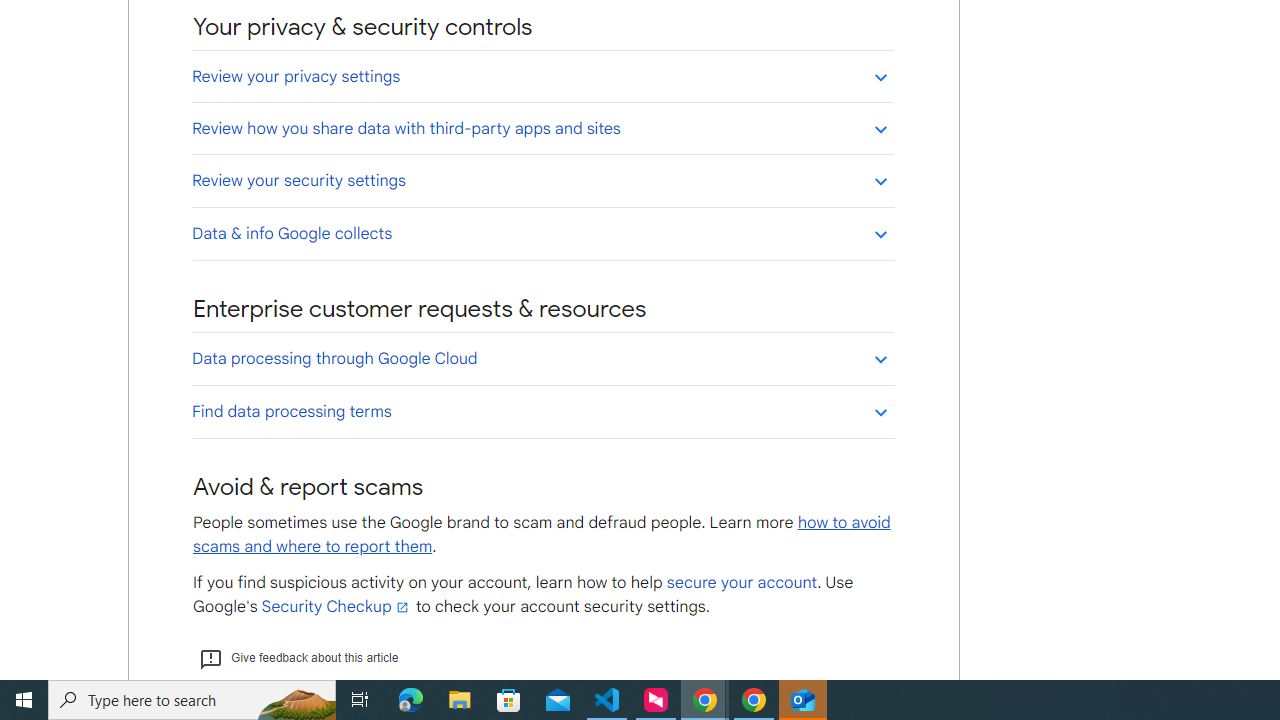  What do you see at coordinates (542, 232) in the screenshot?
I see `'Data & info Google collects'` at bounding box center [542, 232].